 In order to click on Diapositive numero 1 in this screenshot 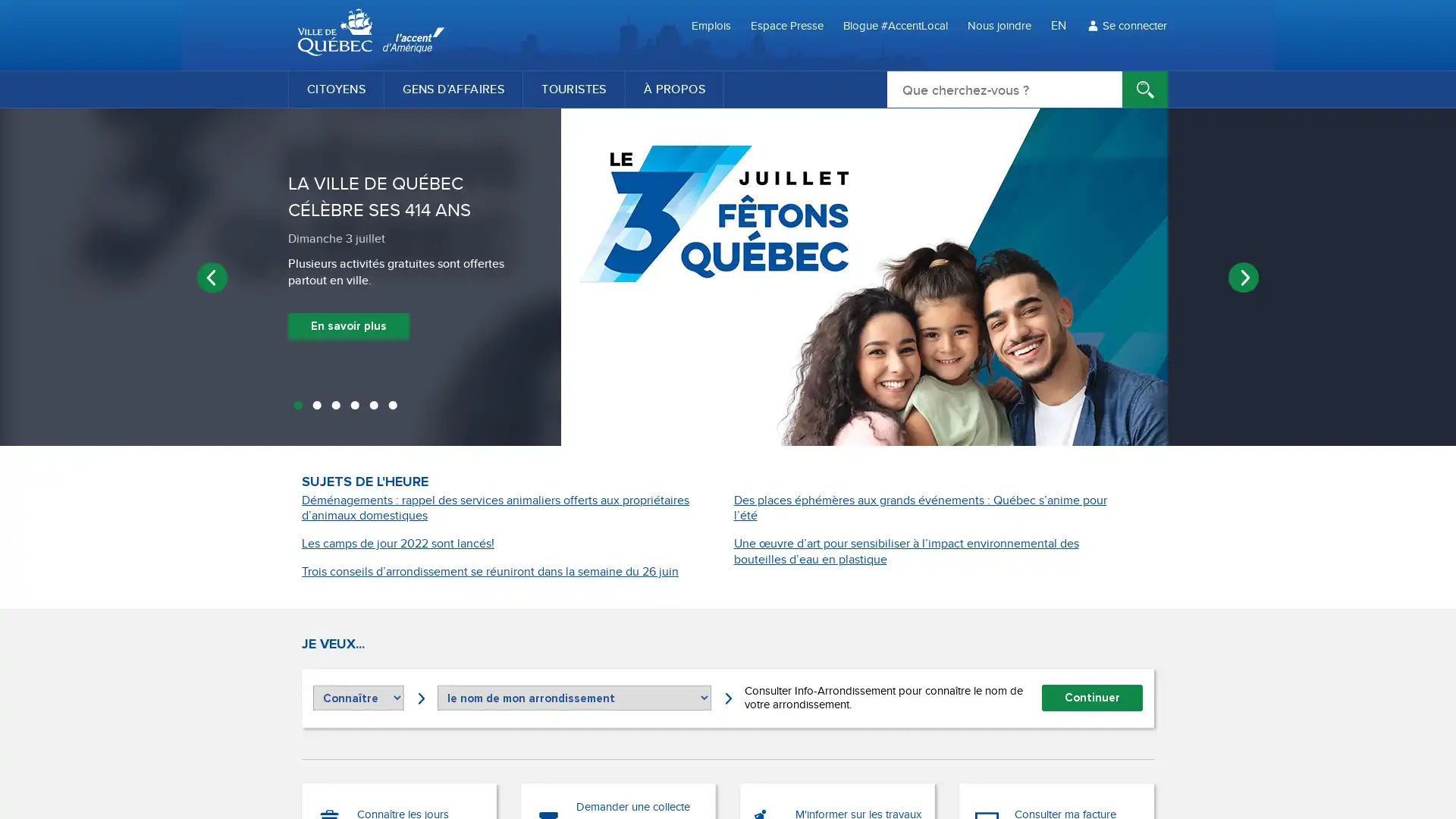, I will do `click(297, 406)`.